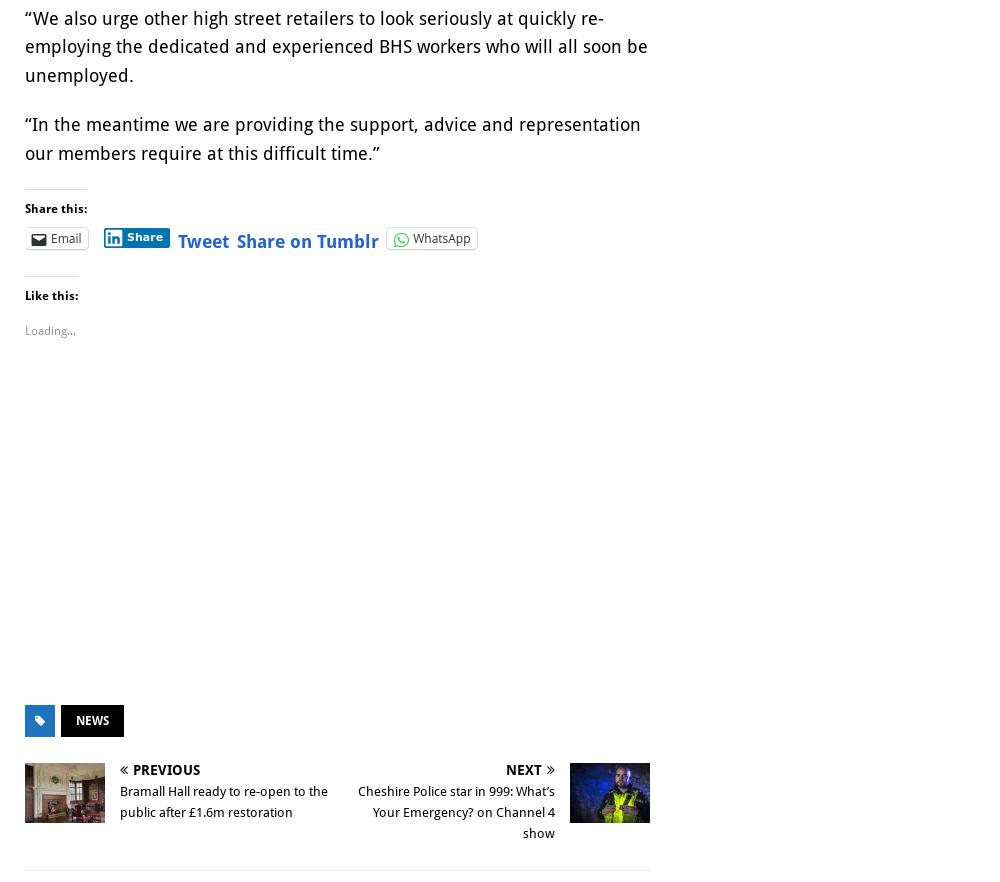 The height and width of the screenshot is (882, 1000). Describe the element at coordinates (223, 801) in the screenshot. I see `'Bramall Hall ready to re-open to the public after £1.6m restoration'` at that location.